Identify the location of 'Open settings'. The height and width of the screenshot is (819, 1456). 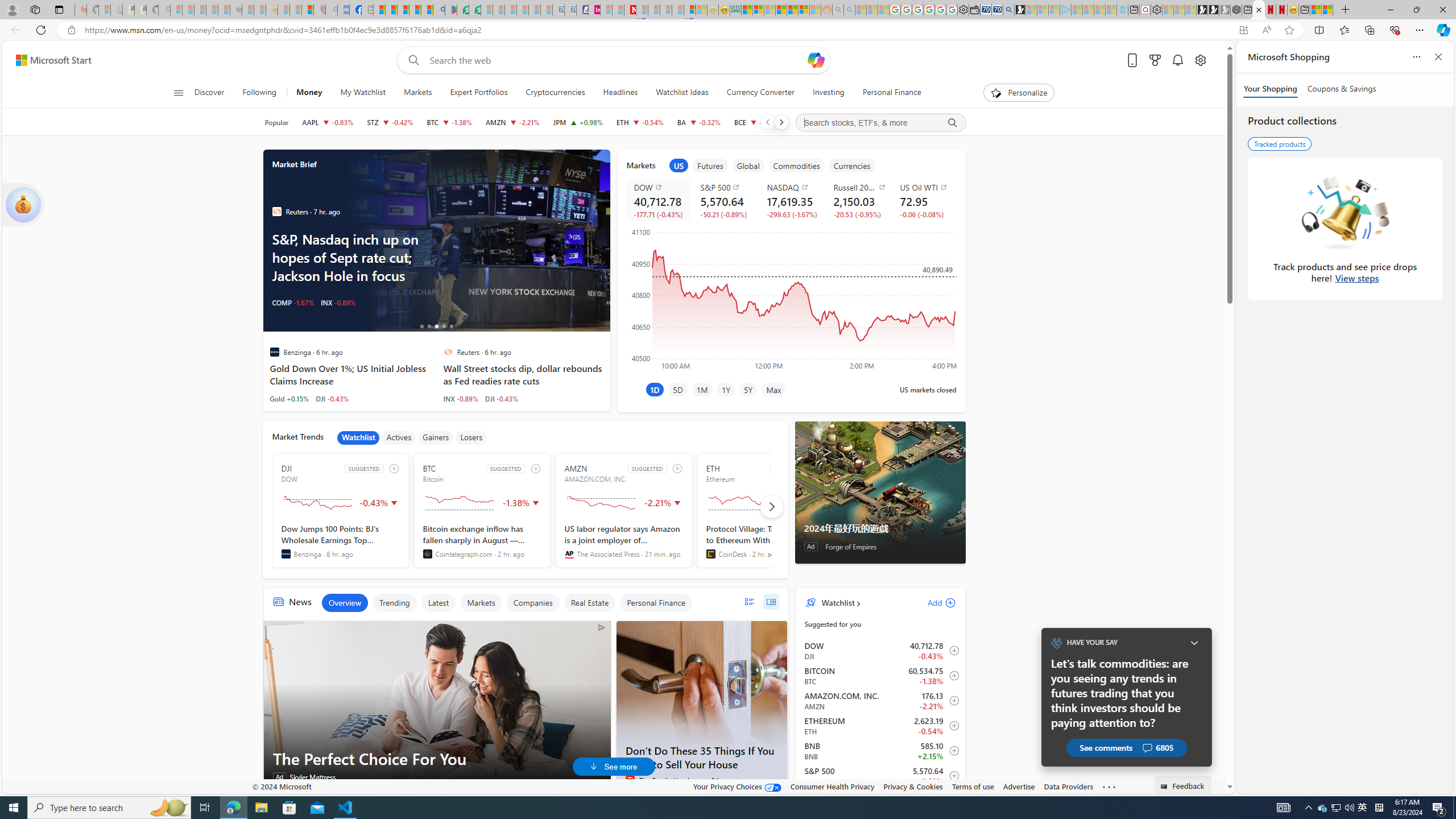
(1199, 60).